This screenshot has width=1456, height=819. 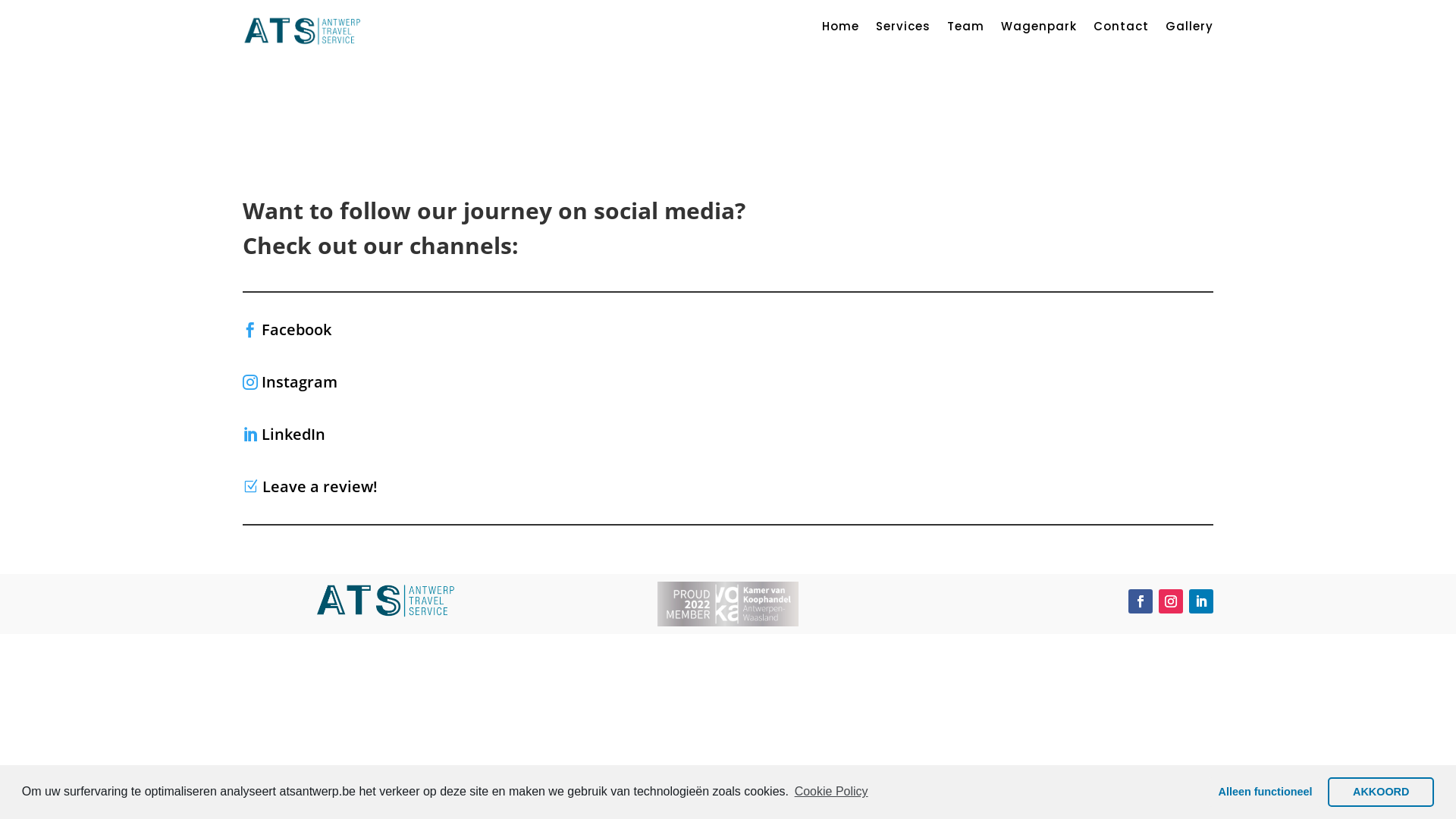 I want to click on 'Wagenpark', so click(x=1037, y=29).